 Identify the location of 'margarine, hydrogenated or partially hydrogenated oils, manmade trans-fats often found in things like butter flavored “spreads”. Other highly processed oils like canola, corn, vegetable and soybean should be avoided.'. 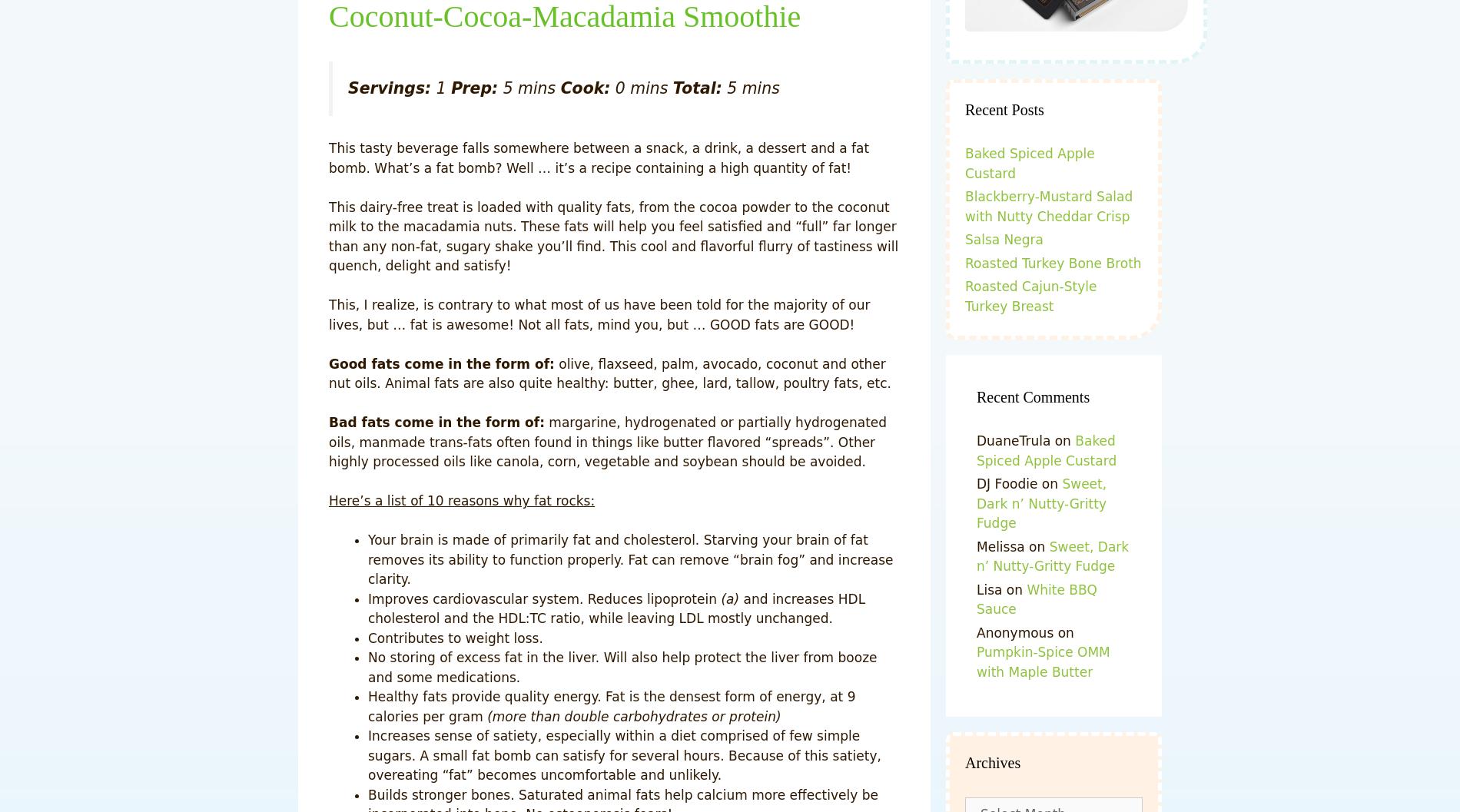
(328, 441).